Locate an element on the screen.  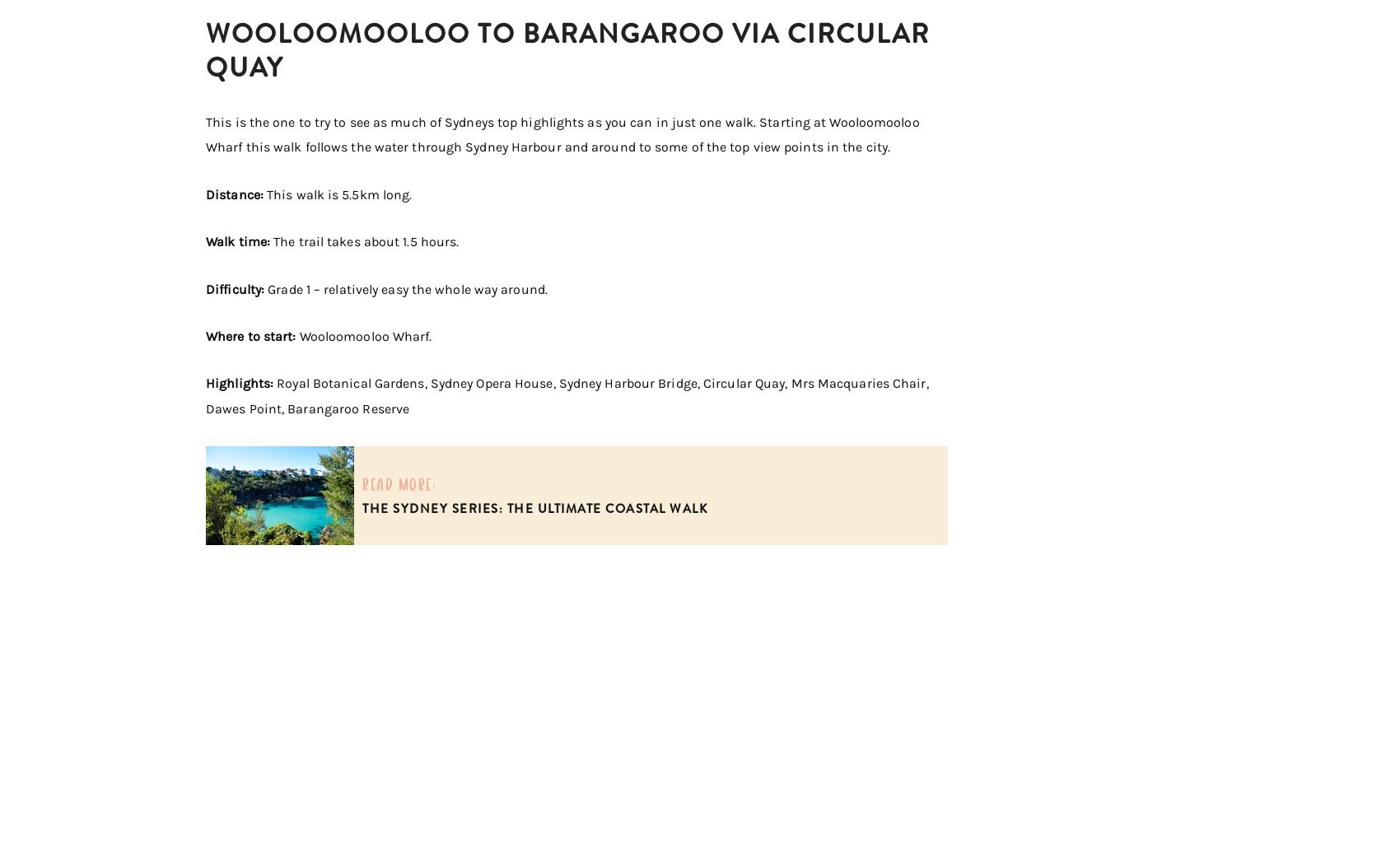
'This is the one to try to see as much of Sydneys top highlights as you can in just one walk. Starting at Wooloomooloo Wharf this walk follows the water through Sydney Harbour and around to some of the top view points in the city.' is located at coordinates (562, 134).